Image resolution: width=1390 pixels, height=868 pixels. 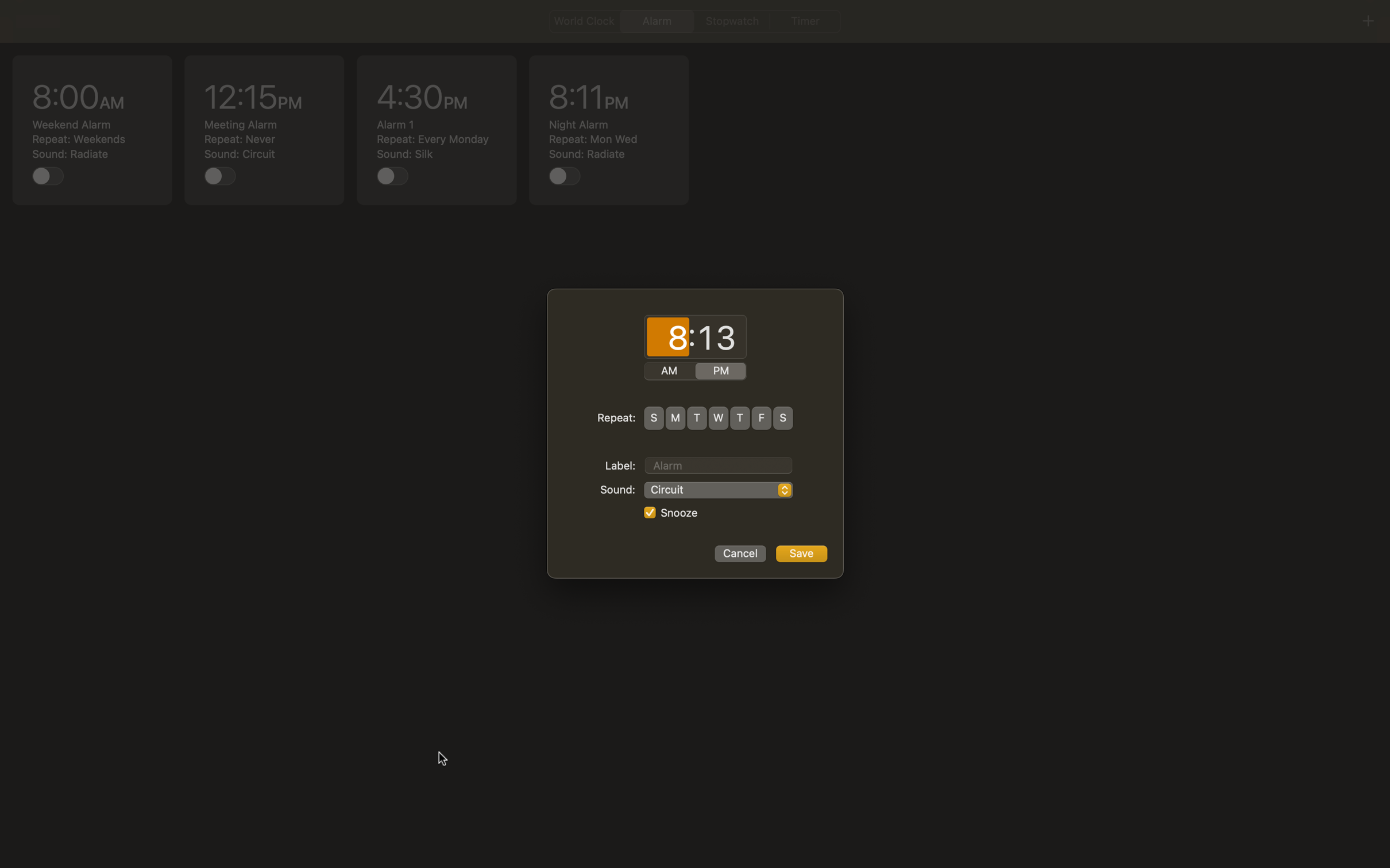 What do you see at coordinates (653, 417) in the screenshot?
I see `Configure alarm to ring daily` at bounding box center [653, 417].